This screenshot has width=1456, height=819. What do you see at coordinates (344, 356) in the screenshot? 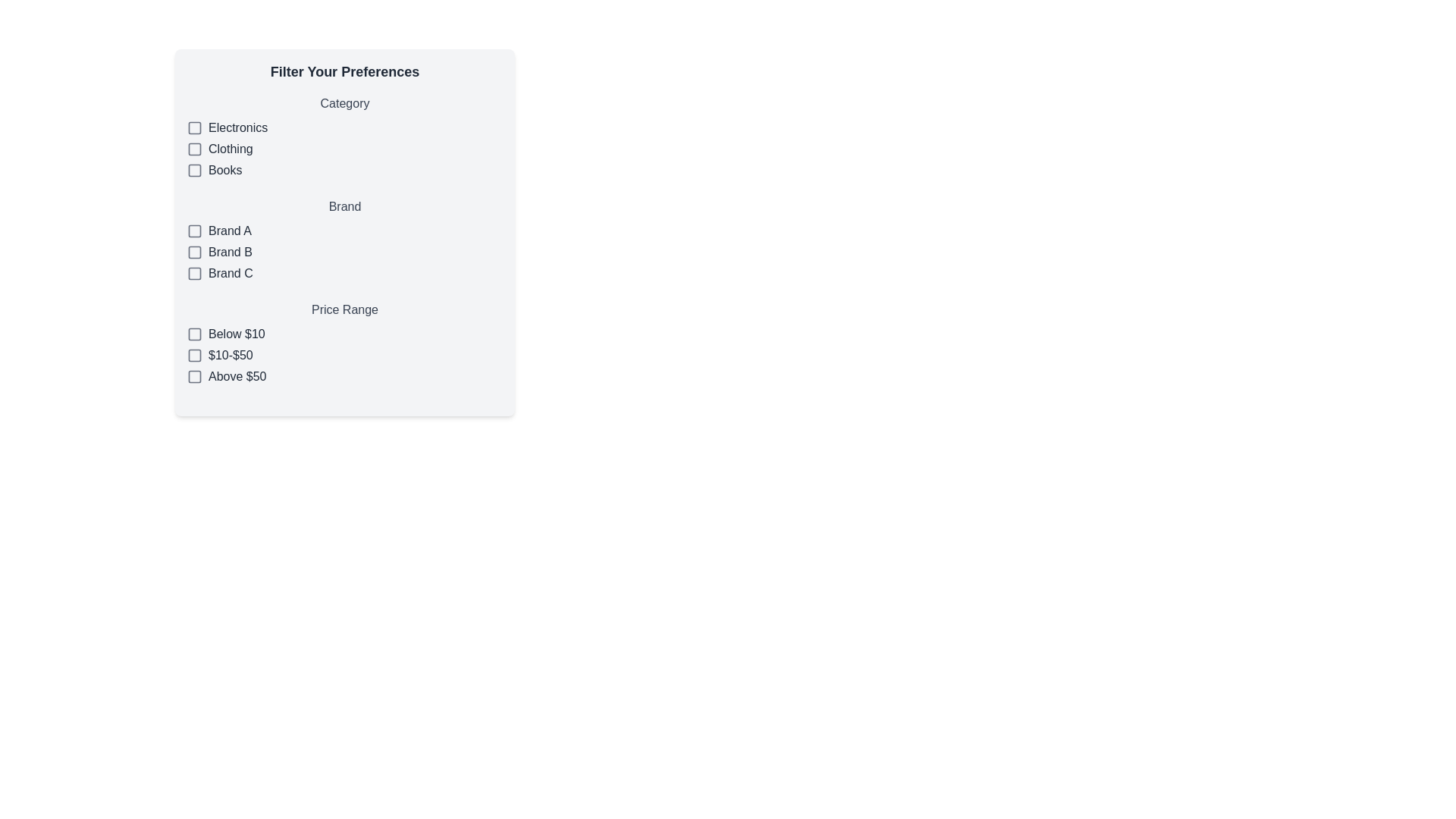
I see `the '$10-$50' checkbox option in the 'Price Range' filter section` at bounding box center [344, 356].